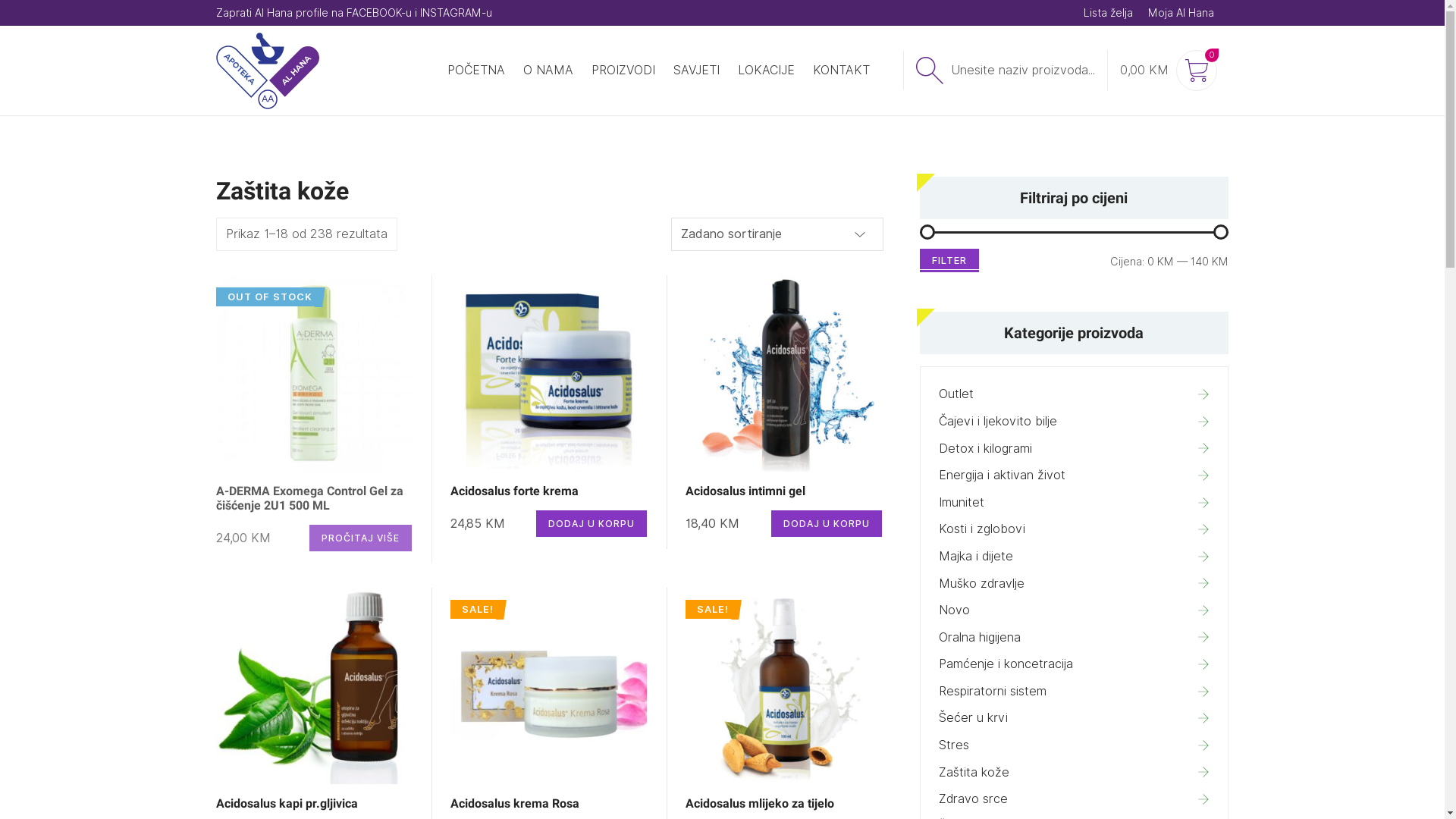 Image resolution: width=1456 pixels, height=819 pixels. Describe the element at coordinates (1073, 503) in the screenshot. I see `'Imunitet'` at that location.